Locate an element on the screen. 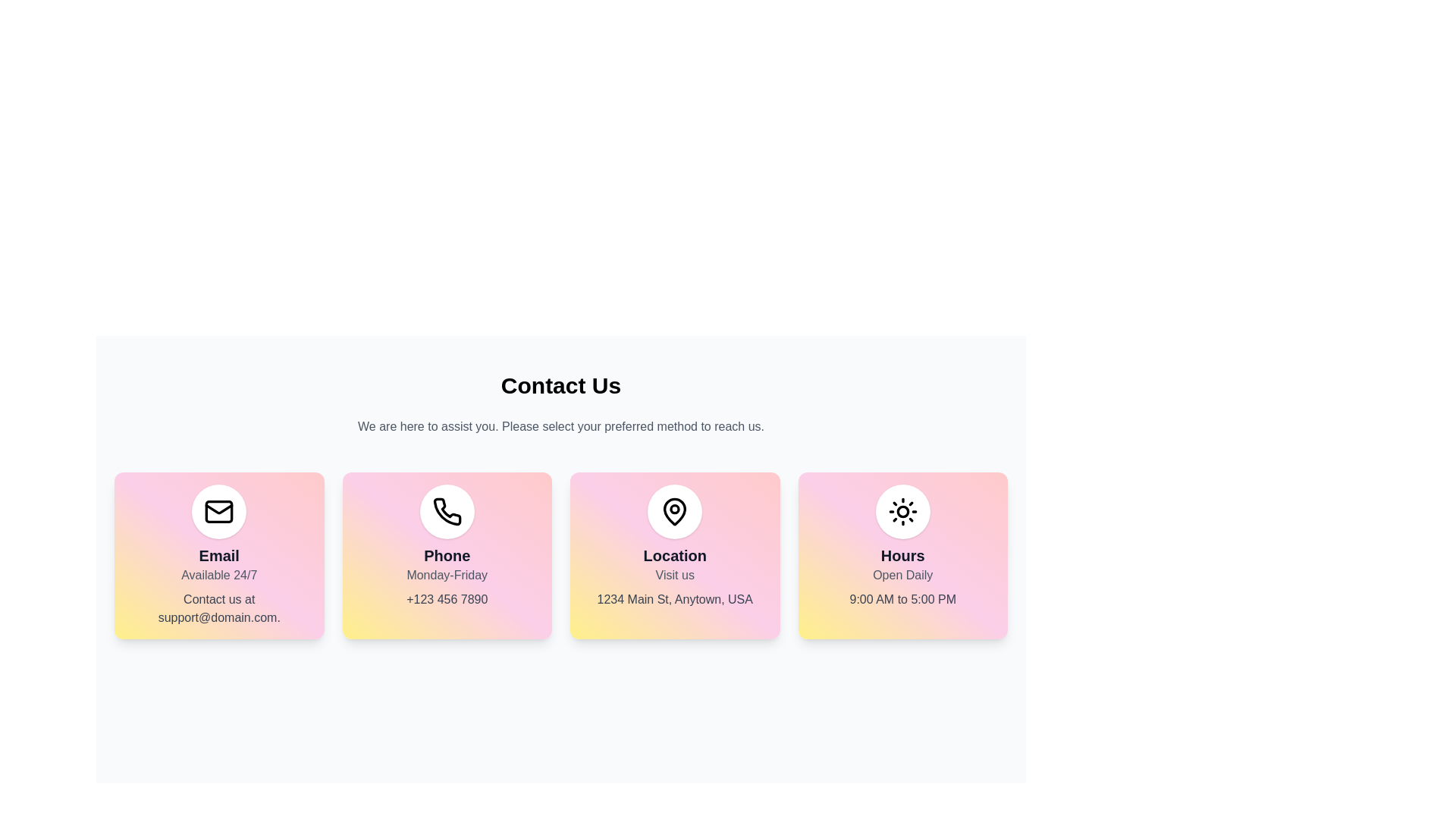 This screenshot has width=1456, height=819. properties of the SVG Circle element located at the center of the sun icon in the last card labeled 'Hours', positioned at the top-right corner of the interface is located at coordinates (902, 512).